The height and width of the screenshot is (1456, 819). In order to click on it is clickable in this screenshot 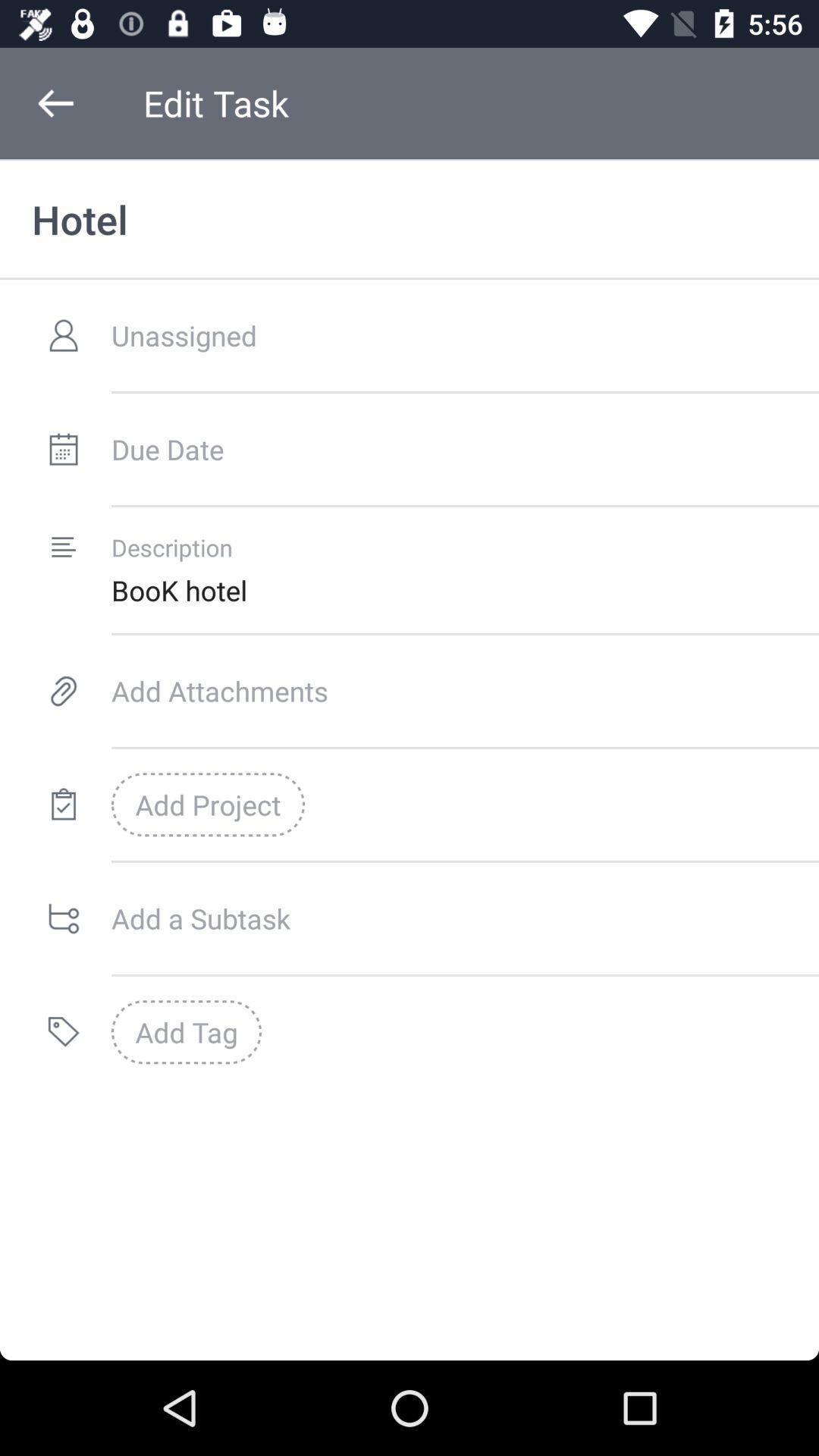, I will do `click(63, 448)`.